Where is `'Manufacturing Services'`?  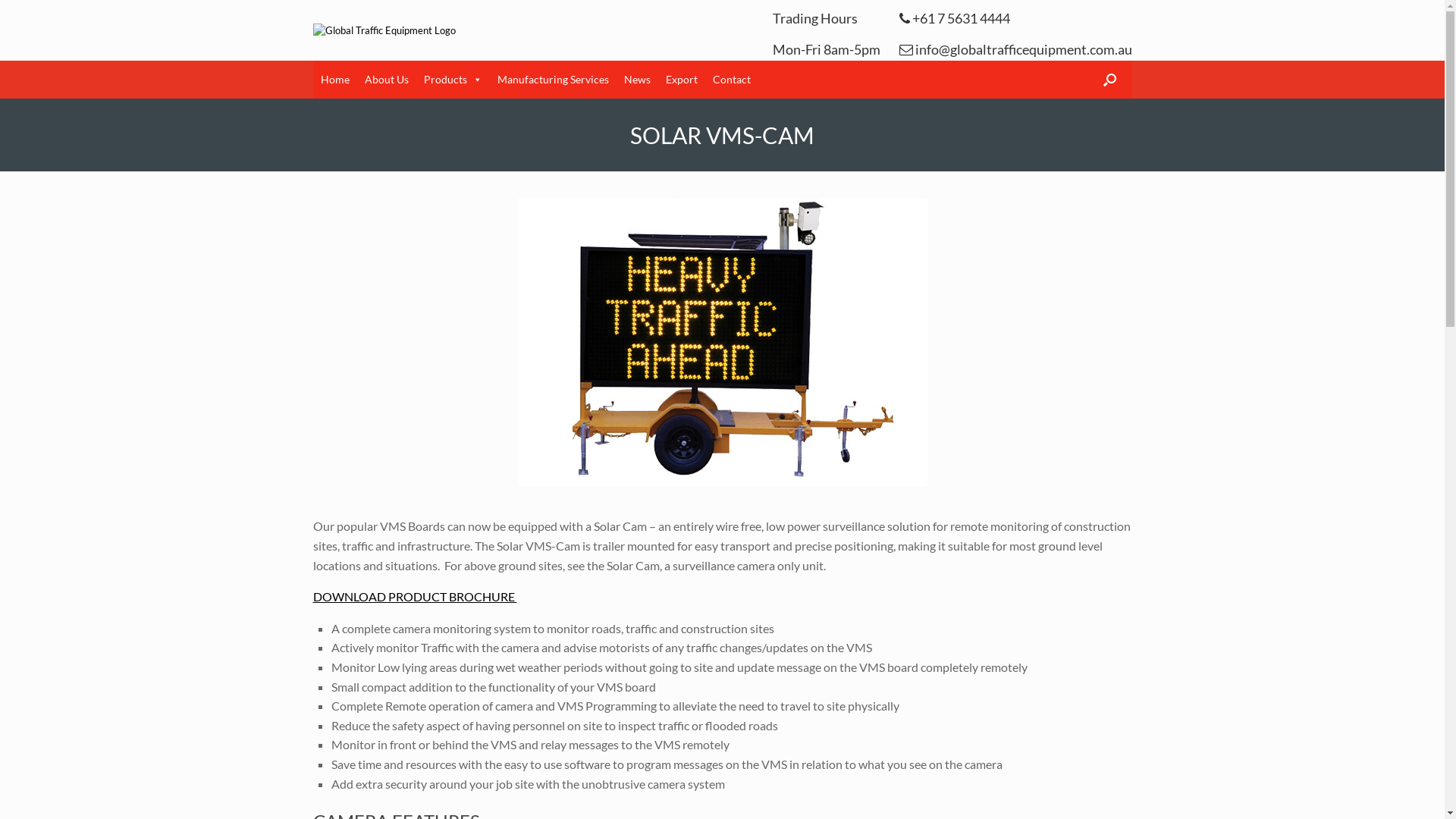 'Manufacturing Services' is located at coordinates (552, 79).